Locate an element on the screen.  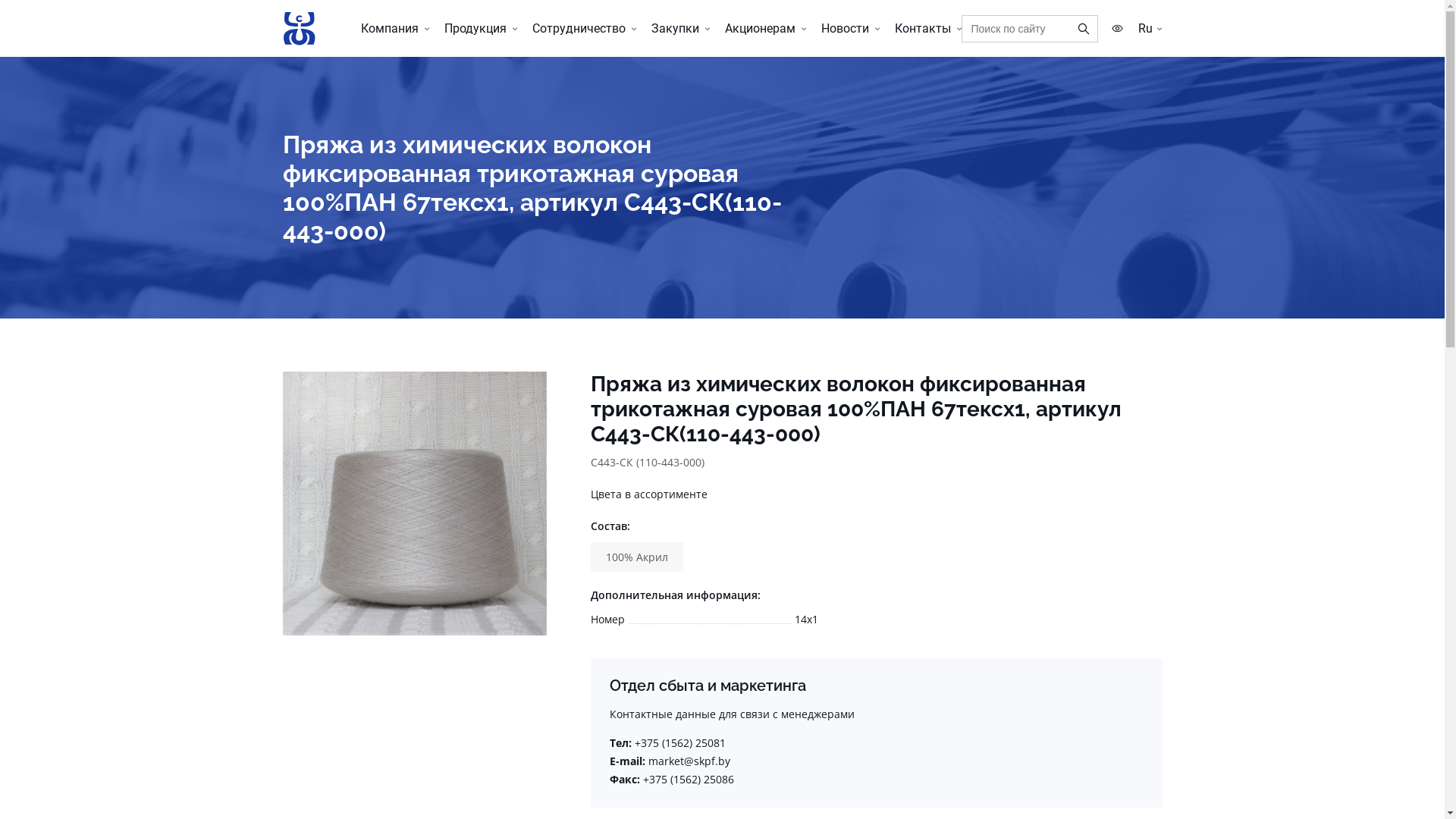
'+375 (1562) 25081' is located at coordinates (633, 742).